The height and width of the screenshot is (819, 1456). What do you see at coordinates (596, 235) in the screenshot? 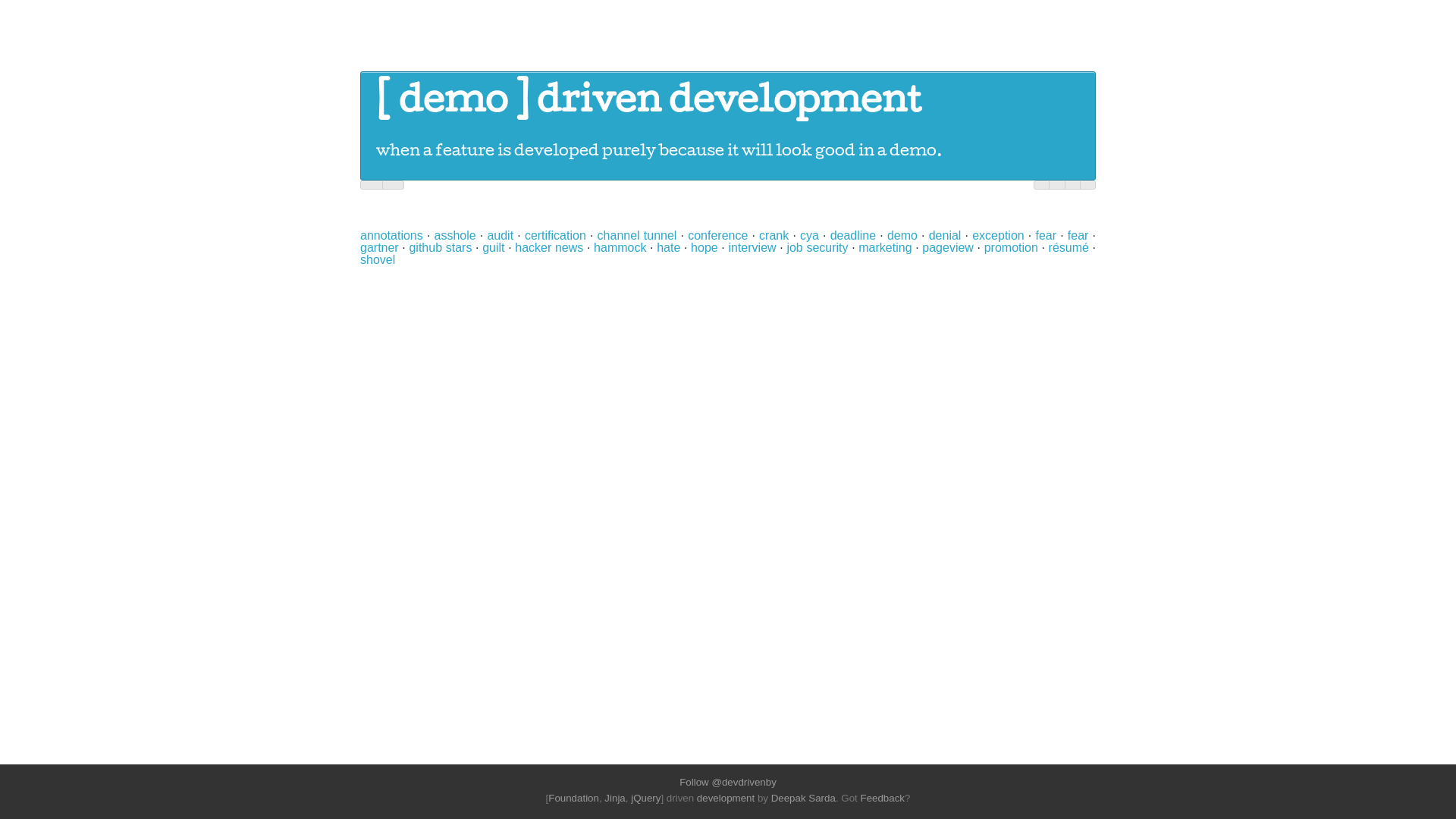
I see `'channel tunnel'` at bounding box center [596, 235].